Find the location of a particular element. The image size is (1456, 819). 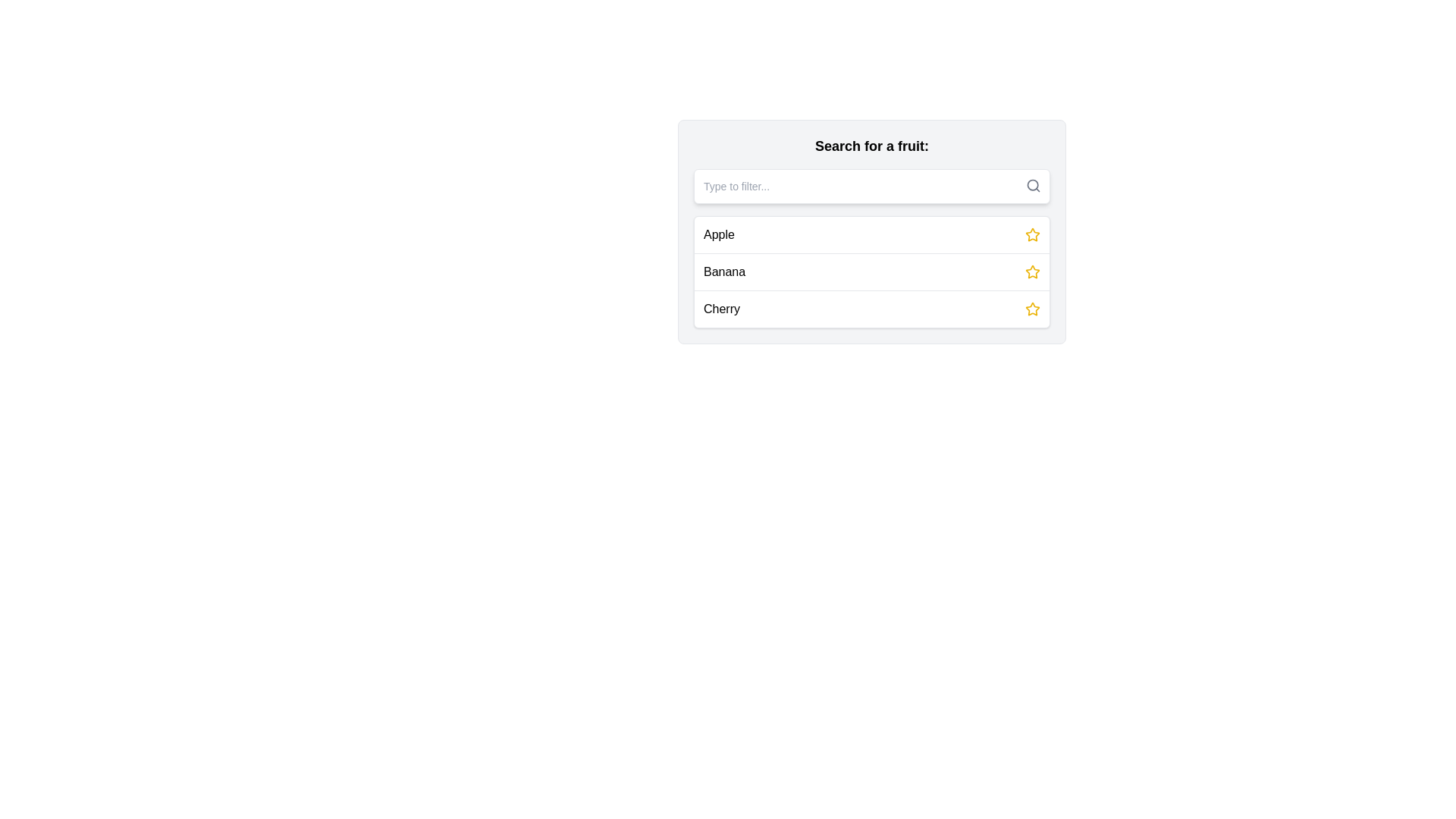

the third list item labeled 'Cherry' is located at coordinates (872, 308).